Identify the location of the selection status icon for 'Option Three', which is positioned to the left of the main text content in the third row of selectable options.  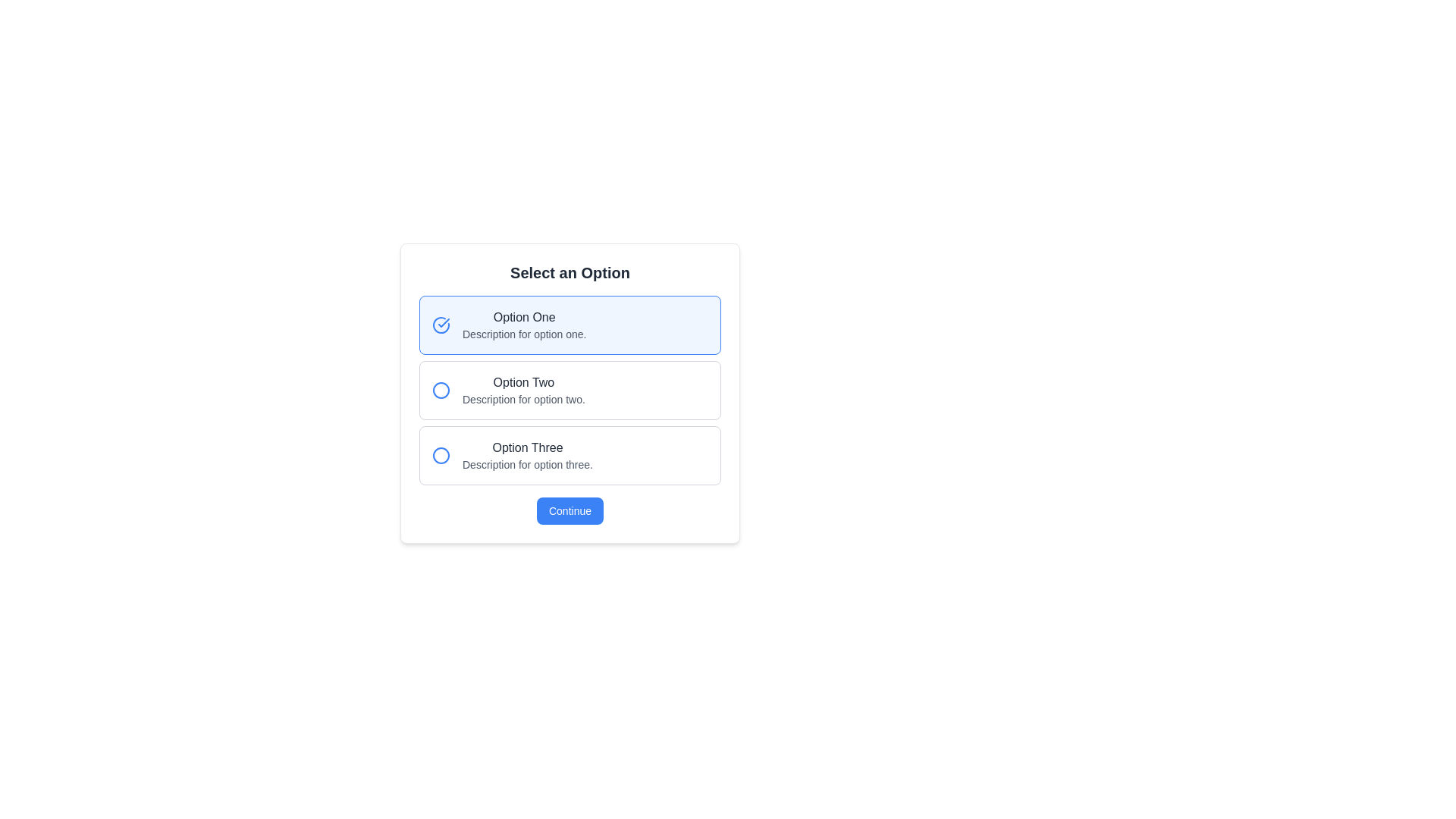
(440, 455).